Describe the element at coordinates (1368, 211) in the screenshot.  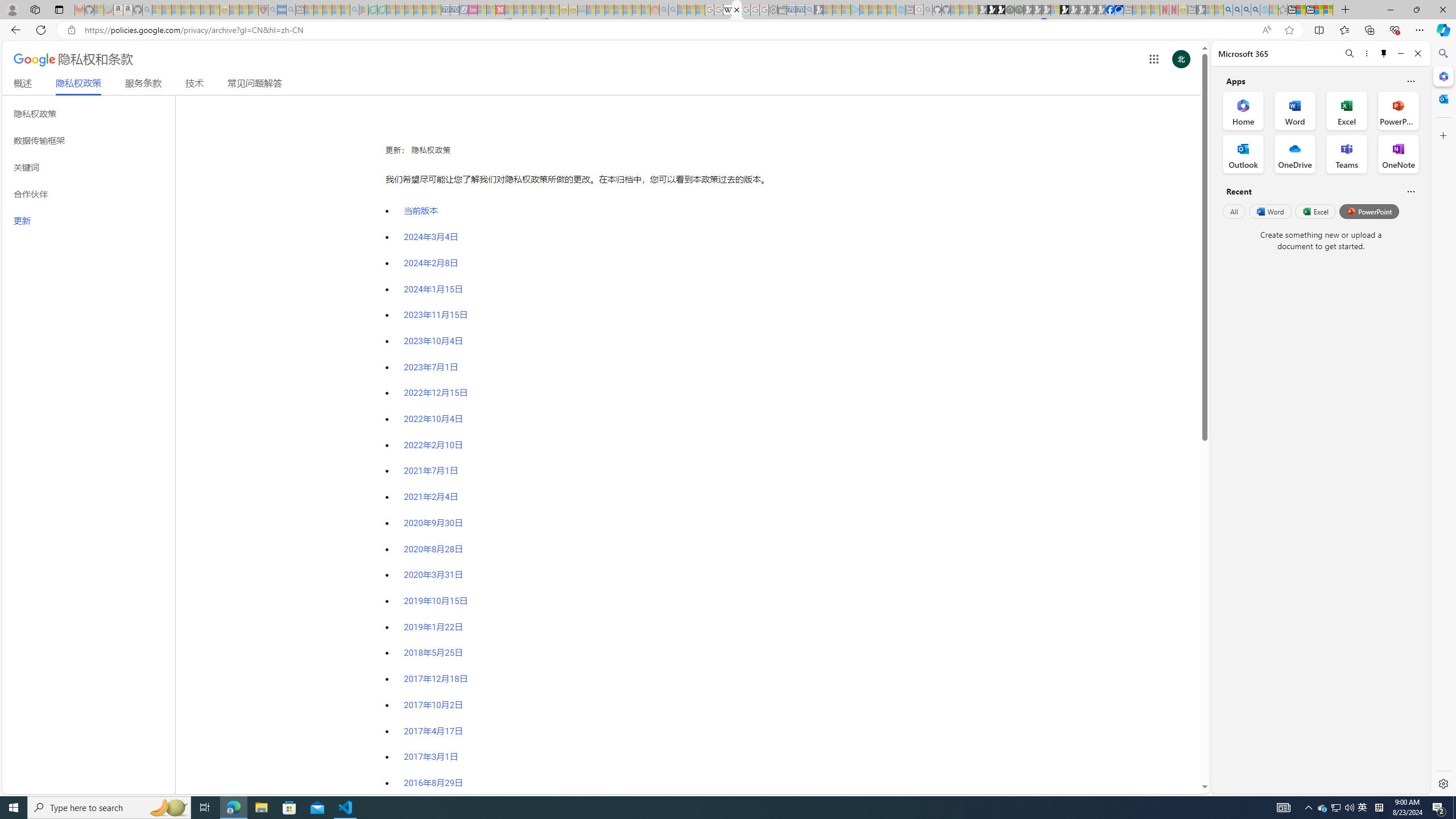
I see `'PowerPoint'` at that location.